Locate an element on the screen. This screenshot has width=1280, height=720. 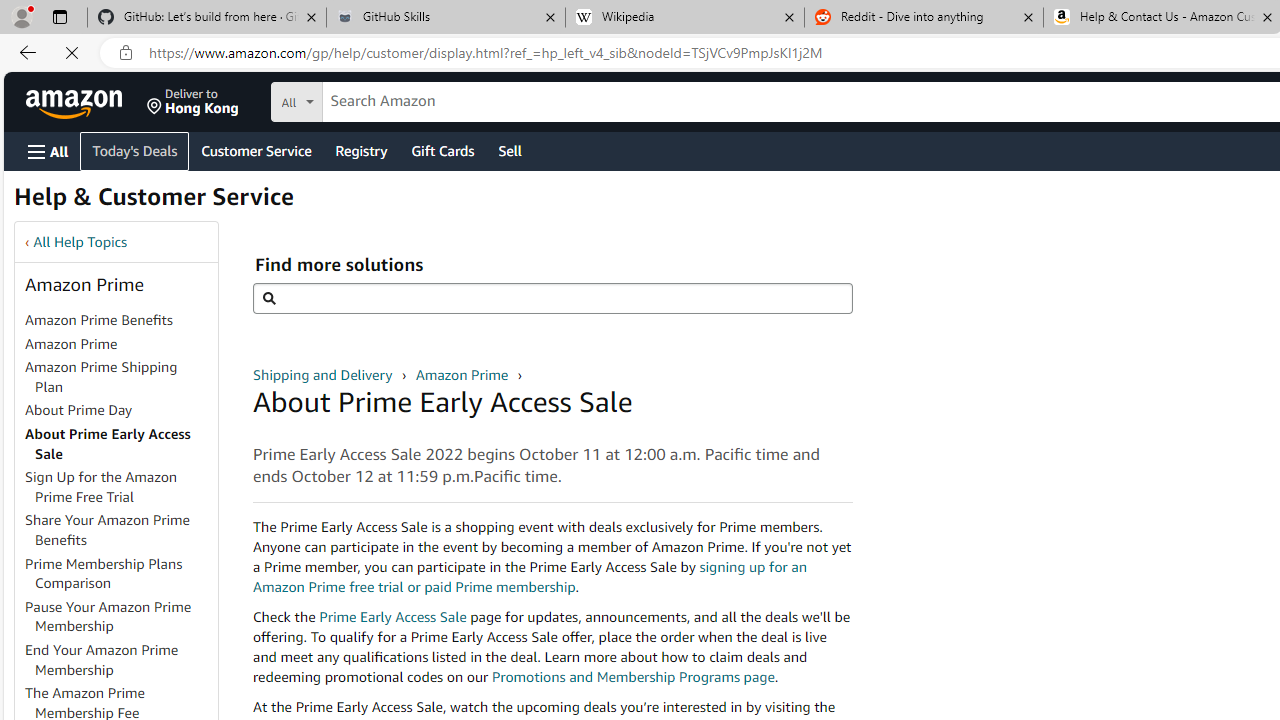
'Registry' is located at coordinates (360, 149).